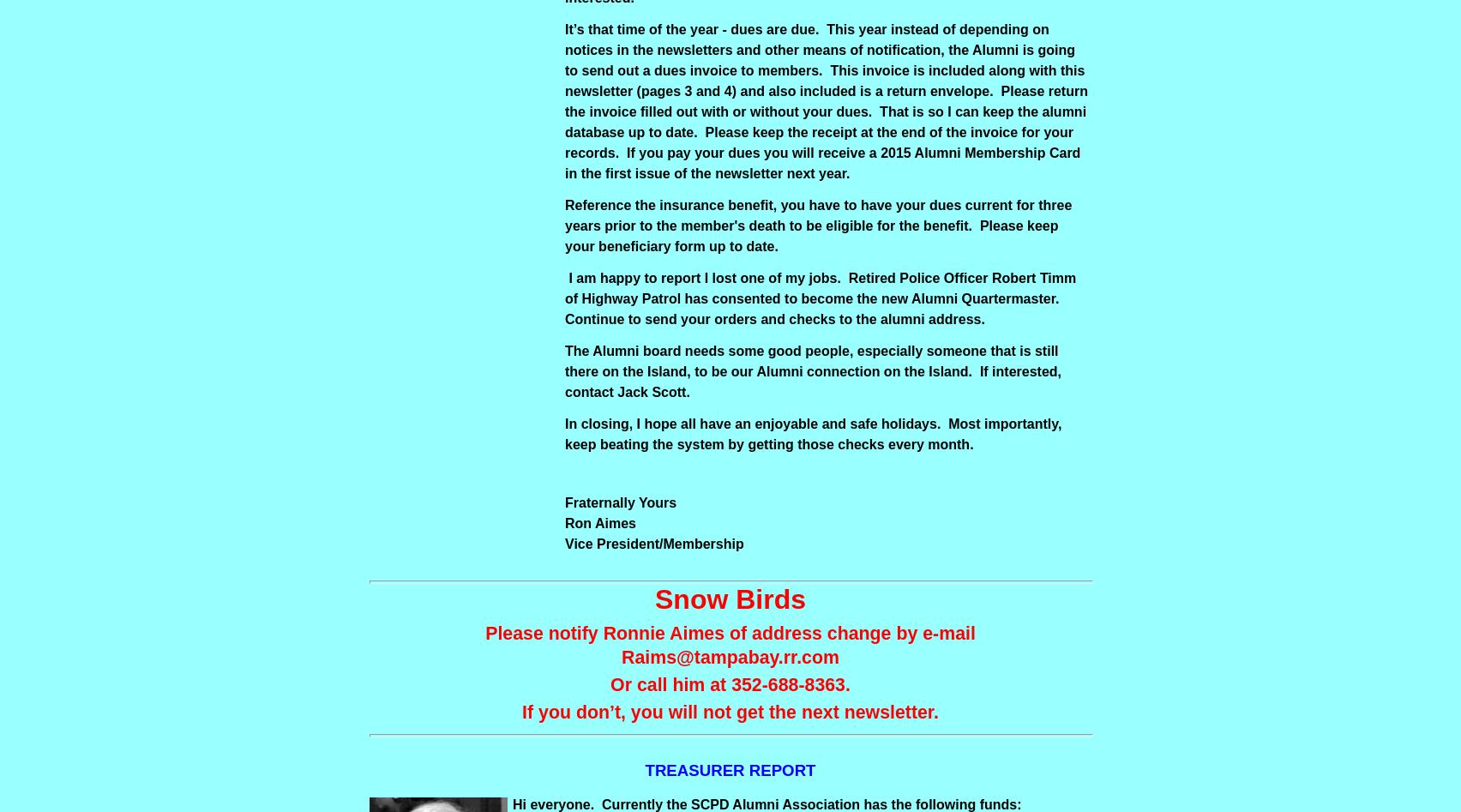 The image size is (1461, 812). Describe the element at coordinates (563, 523) in the screenshot. I see `'Ron Aimes'` at that location.